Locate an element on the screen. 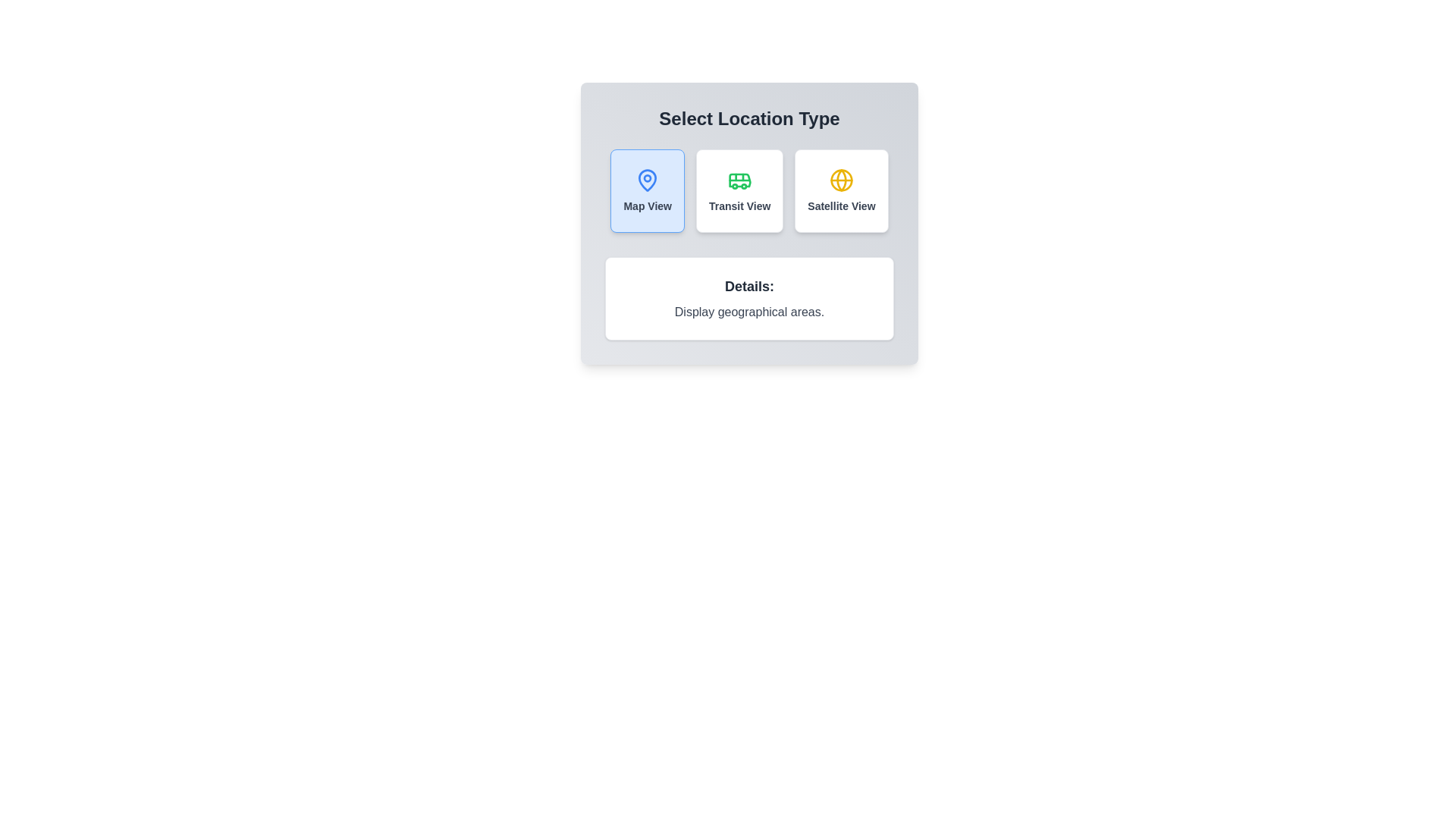 This screenshot has height=819, width=1456. the 'Map View' selection icon, which is located in the first of three horizontally aligned sections under the title 'Select Location Type' is located at coordinates (648, 180).